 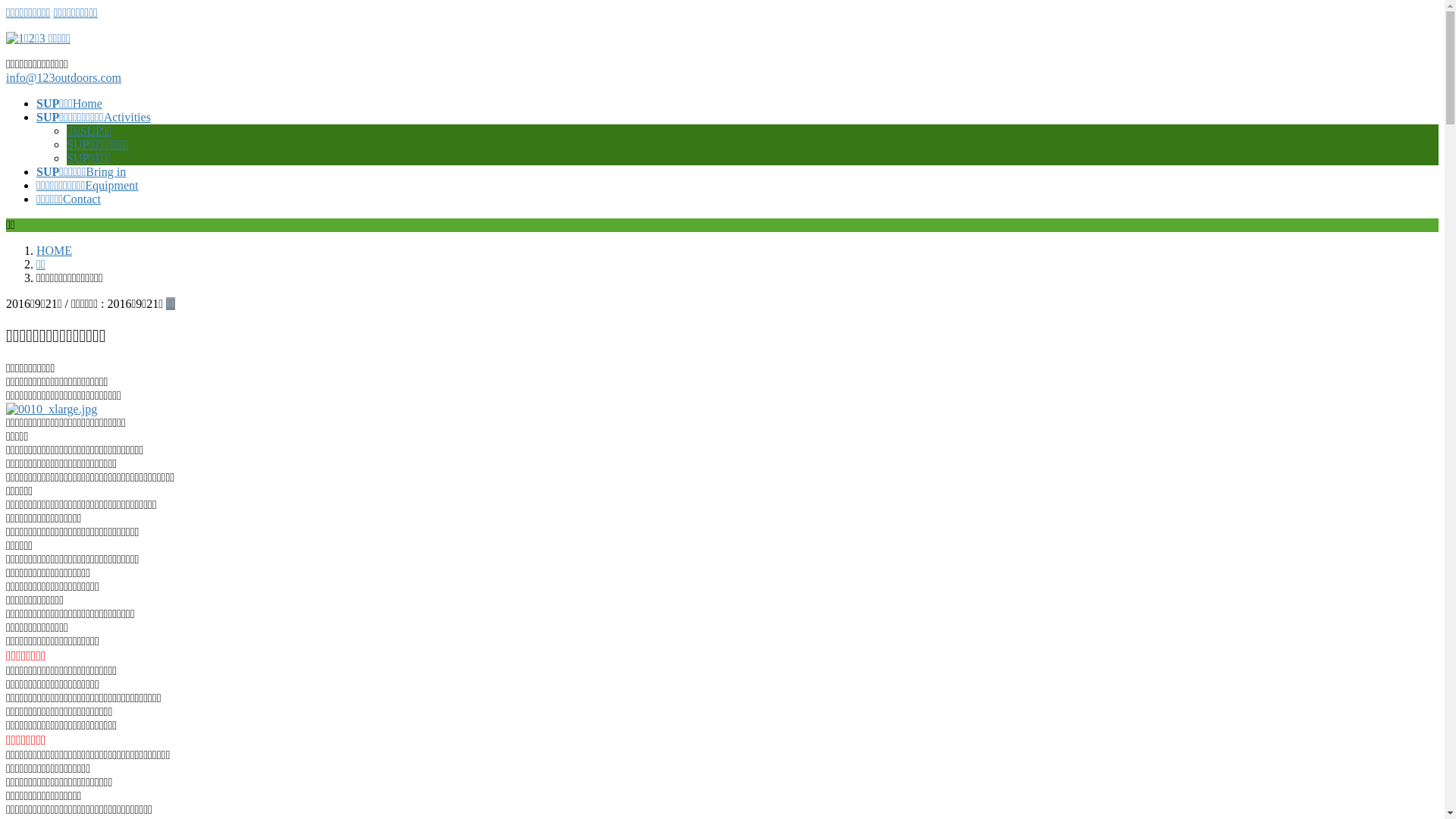 I want to click on 'info@123outdoors.com', so click(x=62, y=77).